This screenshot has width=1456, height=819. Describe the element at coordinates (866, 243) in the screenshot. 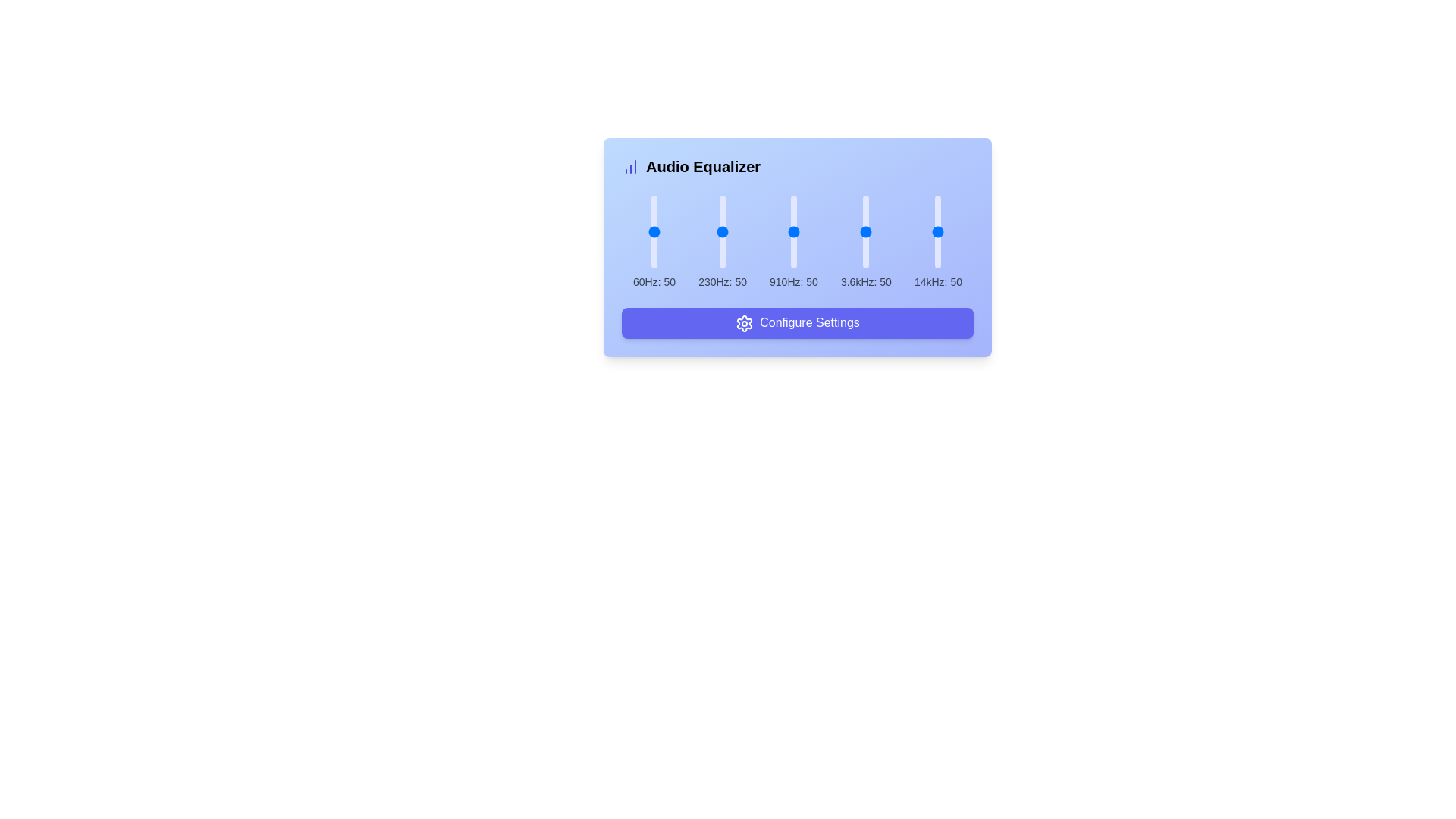

I see `the 3.6kHz audio equalizer slider` at that location.